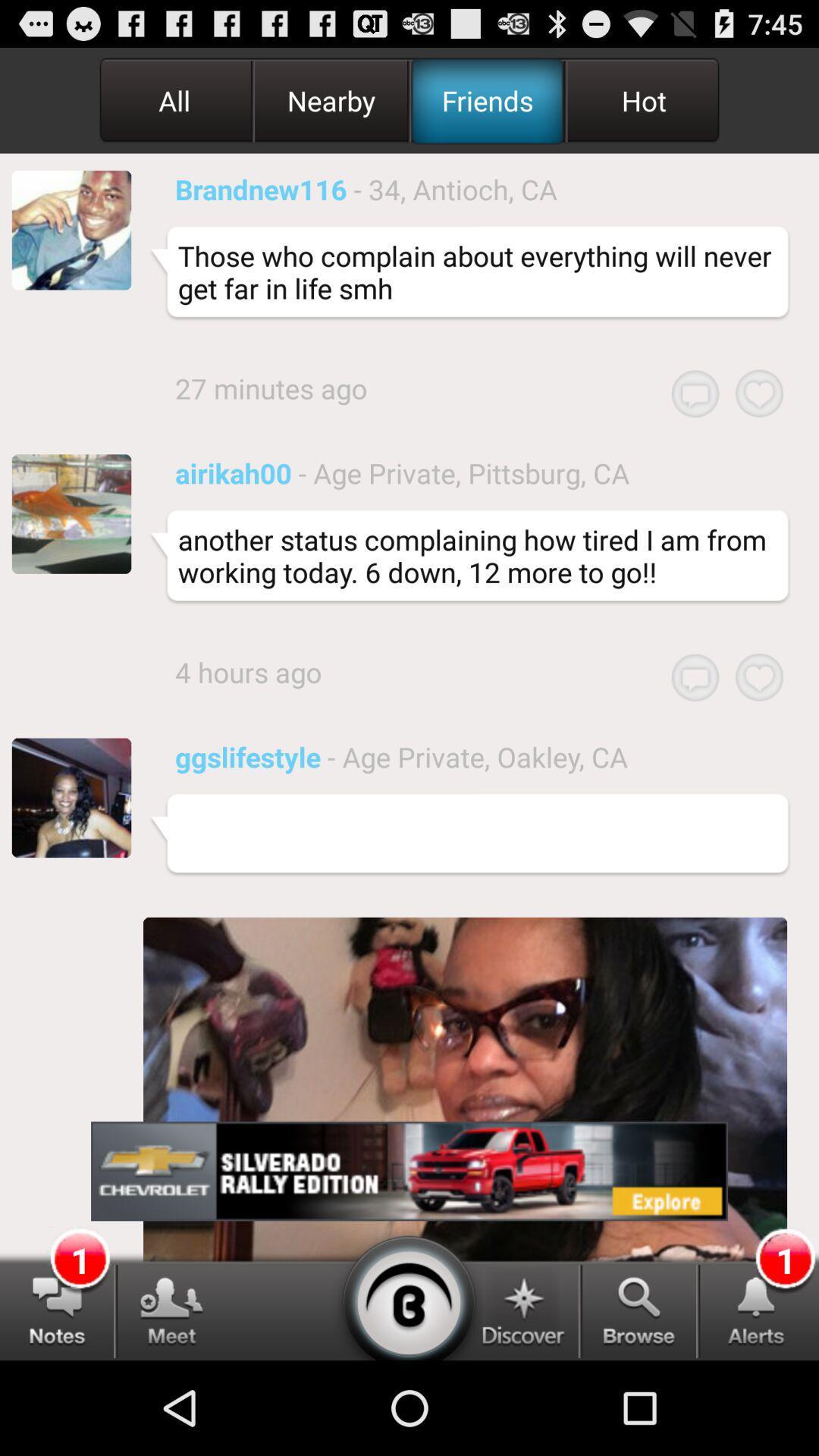 The width and height of the screenshot is (819, 1456). What do you see at coordinates (55, 1401) in the screenshot?
I see `the chat icon` at bounding box center [55, 1401].